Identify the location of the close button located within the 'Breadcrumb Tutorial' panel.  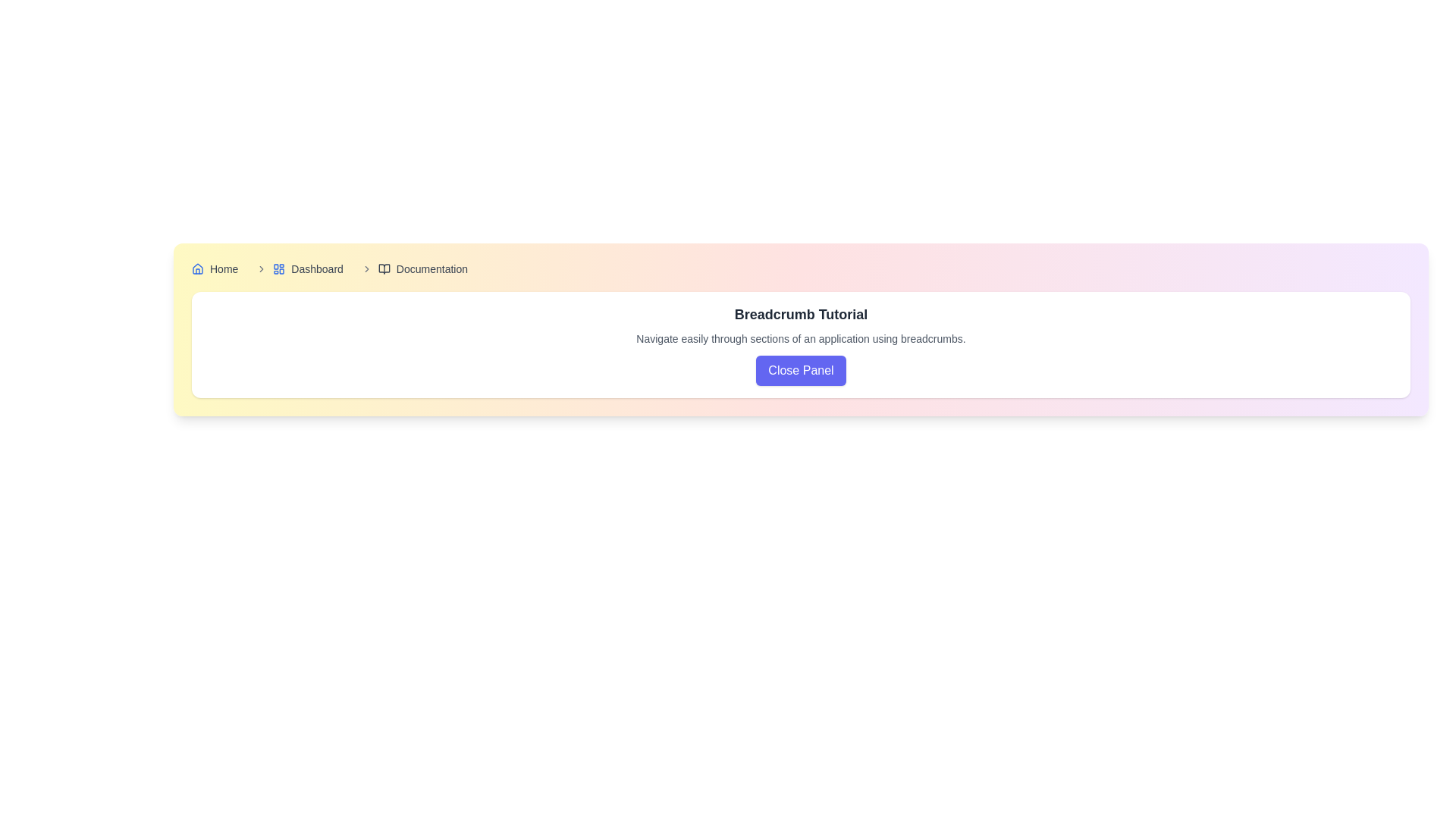
(800, 371).